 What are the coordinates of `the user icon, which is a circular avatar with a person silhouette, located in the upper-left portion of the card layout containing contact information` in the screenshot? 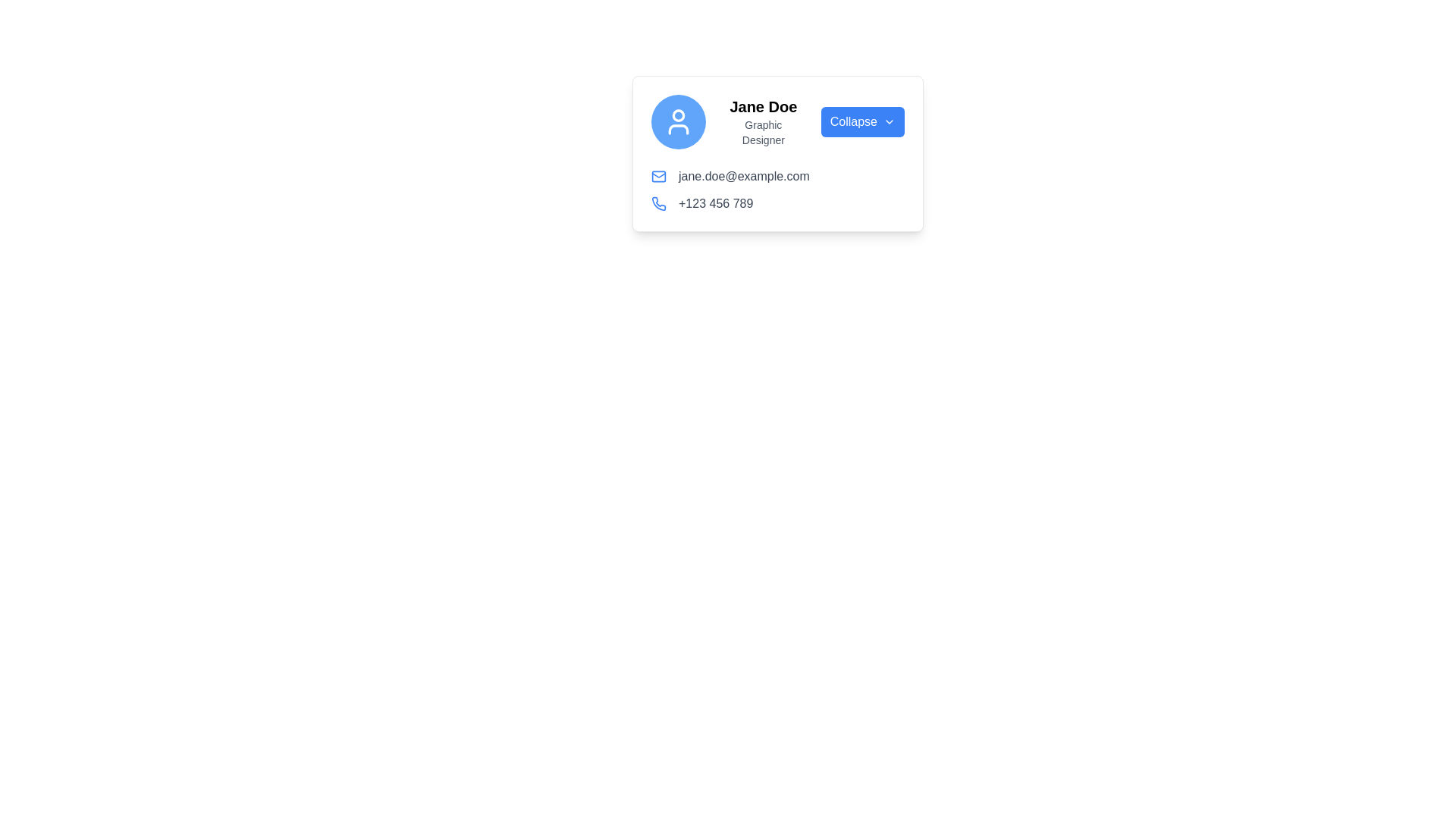 It's located at (677, 121).